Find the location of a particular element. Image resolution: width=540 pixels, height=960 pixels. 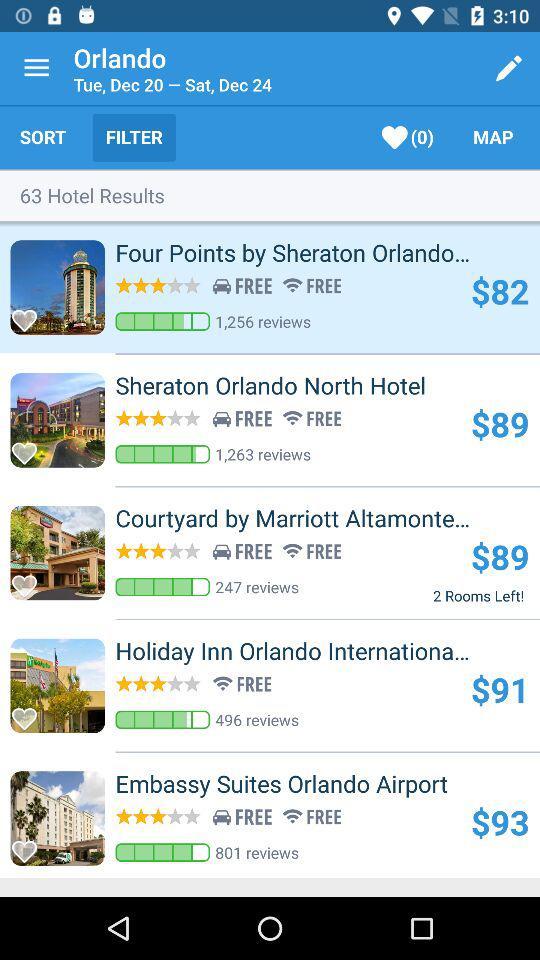

this rental is located at coordinates (29, 315).